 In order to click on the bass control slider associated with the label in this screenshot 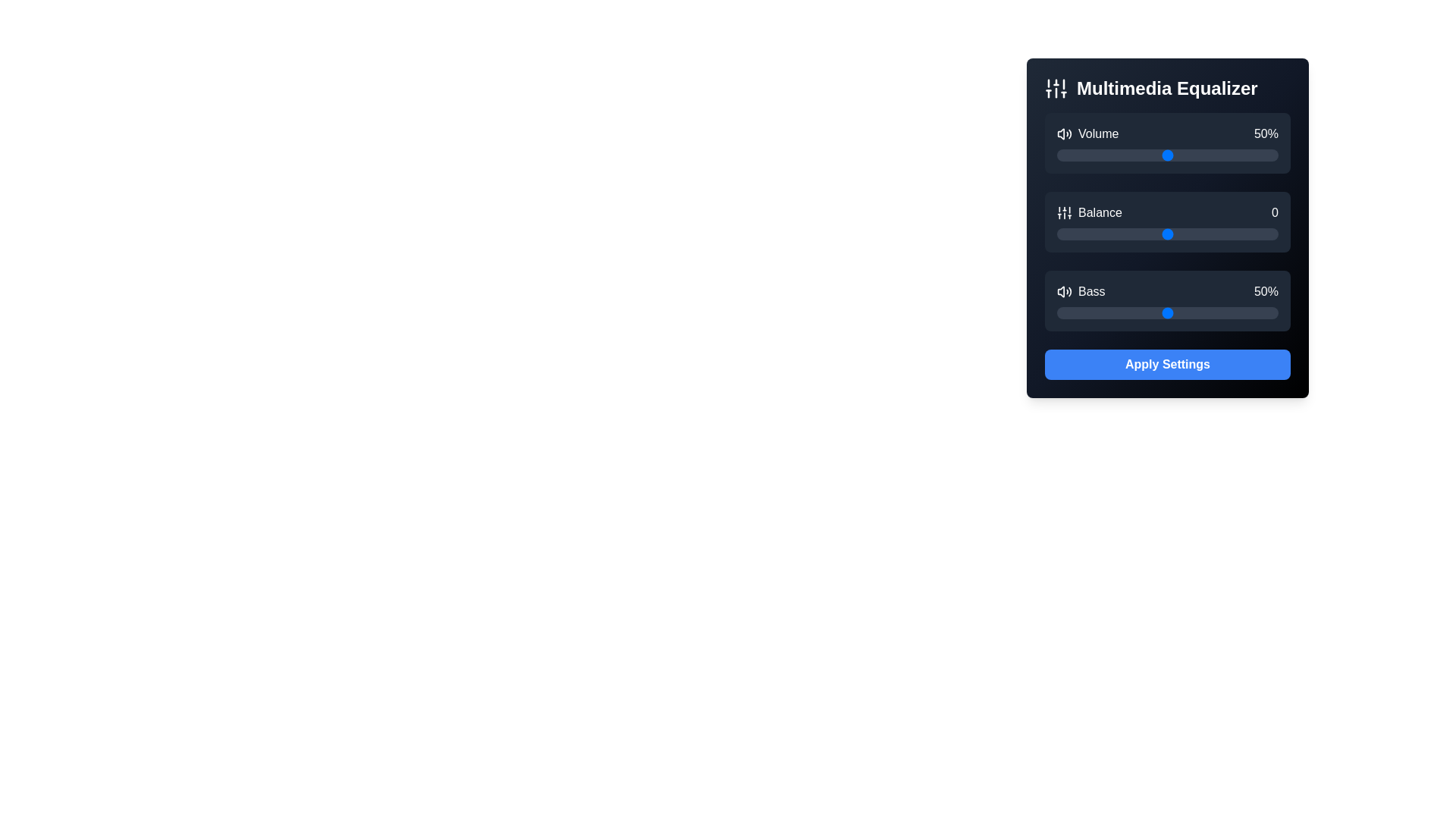, I will do `click(1080, 292)`.